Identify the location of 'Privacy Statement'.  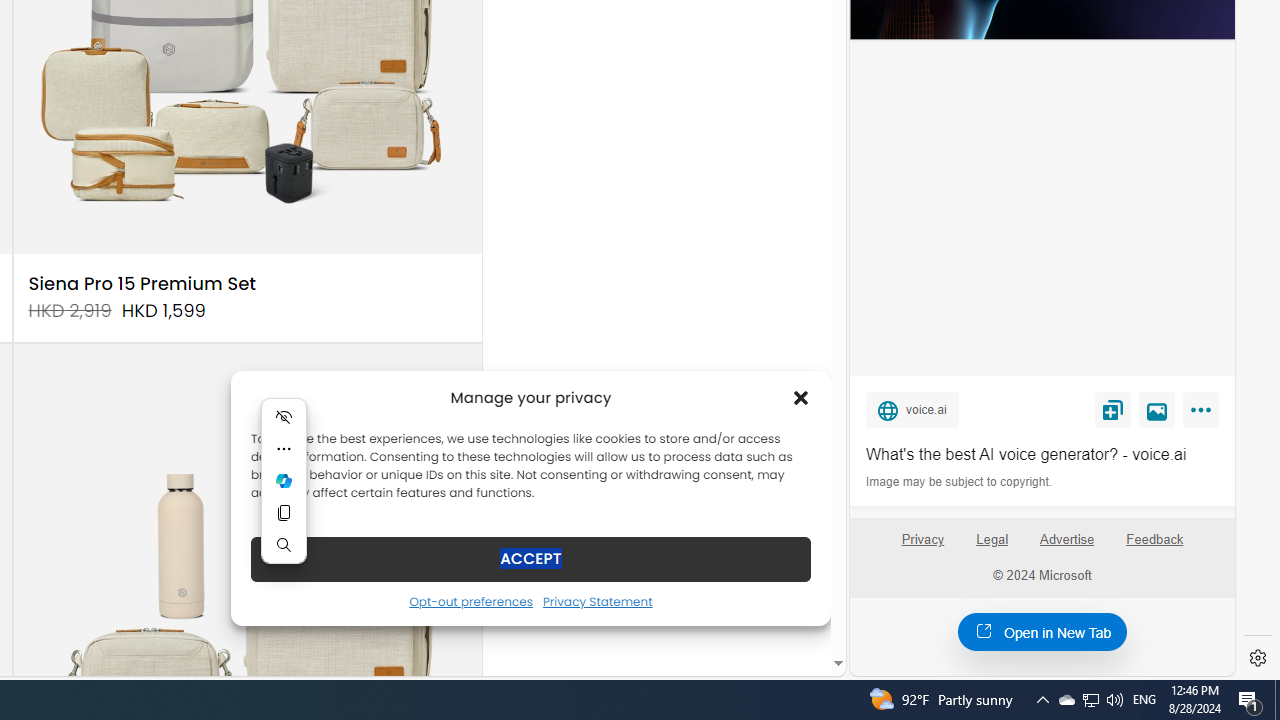
(596, 600).